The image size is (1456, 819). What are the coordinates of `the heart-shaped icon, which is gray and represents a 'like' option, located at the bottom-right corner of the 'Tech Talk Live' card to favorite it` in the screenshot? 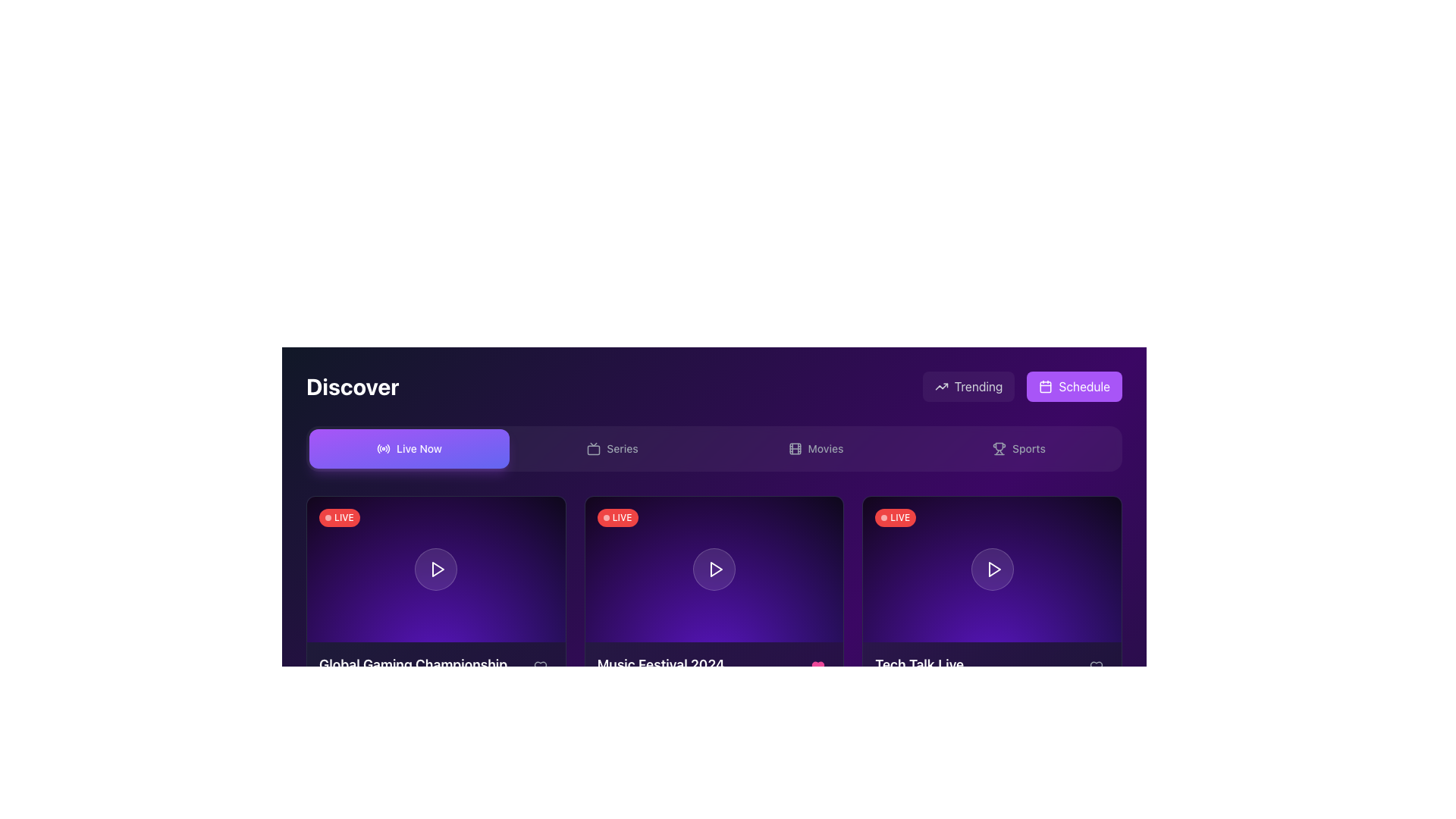 It's located at (1096, 666).